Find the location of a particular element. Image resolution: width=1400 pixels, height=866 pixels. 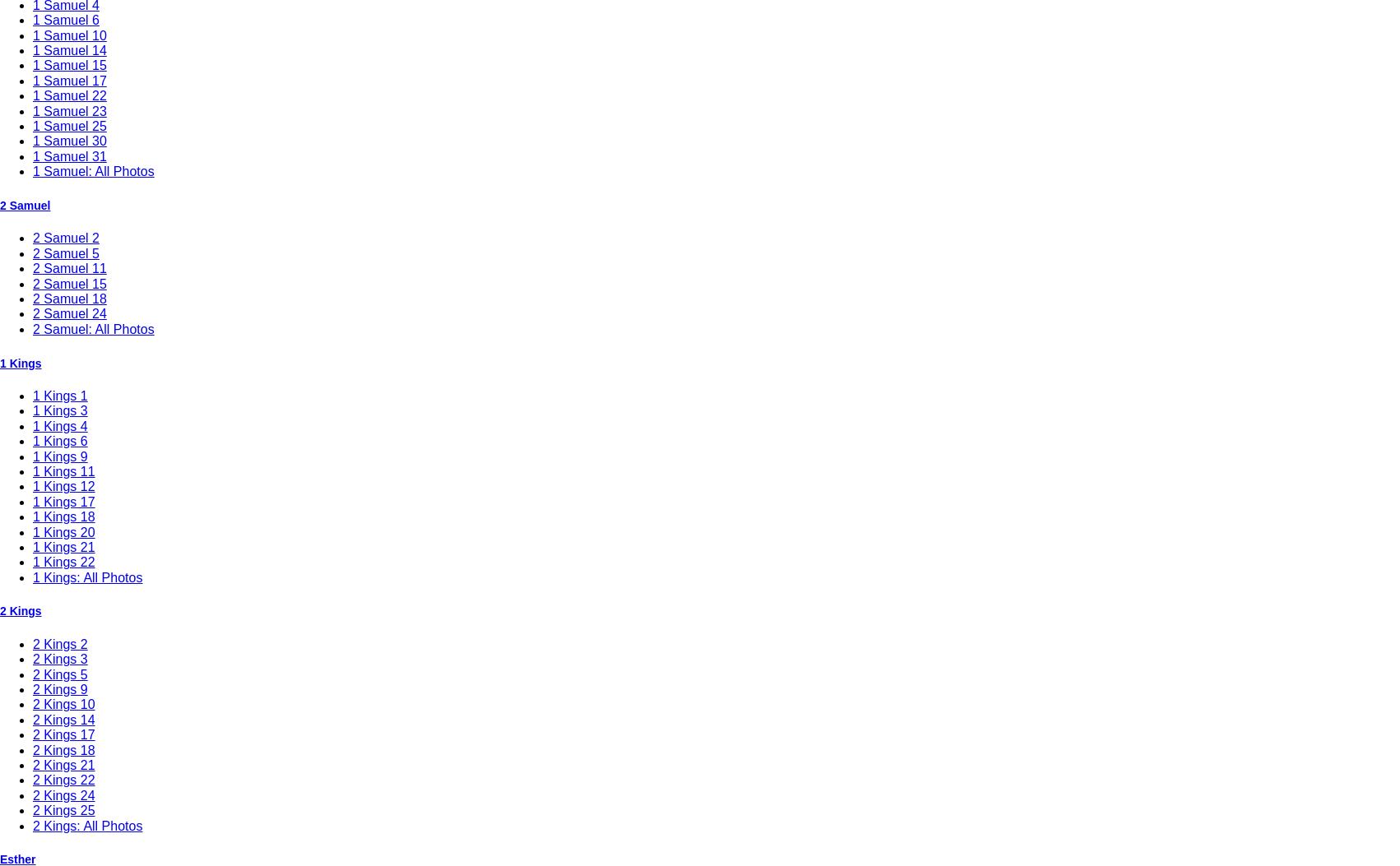

'2 Kings 5' is located at coordinates (60, 673).